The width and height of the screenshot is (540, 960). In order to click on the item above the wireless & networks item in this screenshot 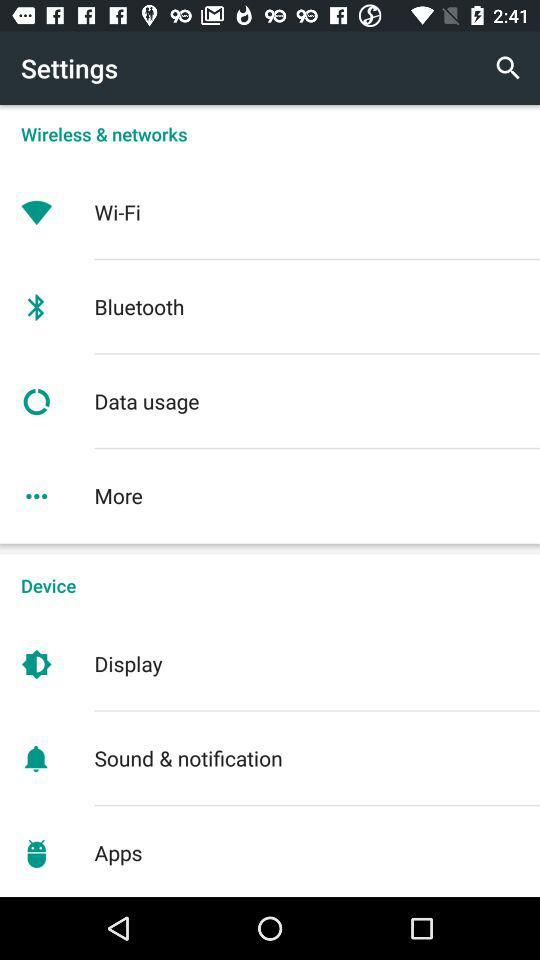, I will do `click(508, 68)`.